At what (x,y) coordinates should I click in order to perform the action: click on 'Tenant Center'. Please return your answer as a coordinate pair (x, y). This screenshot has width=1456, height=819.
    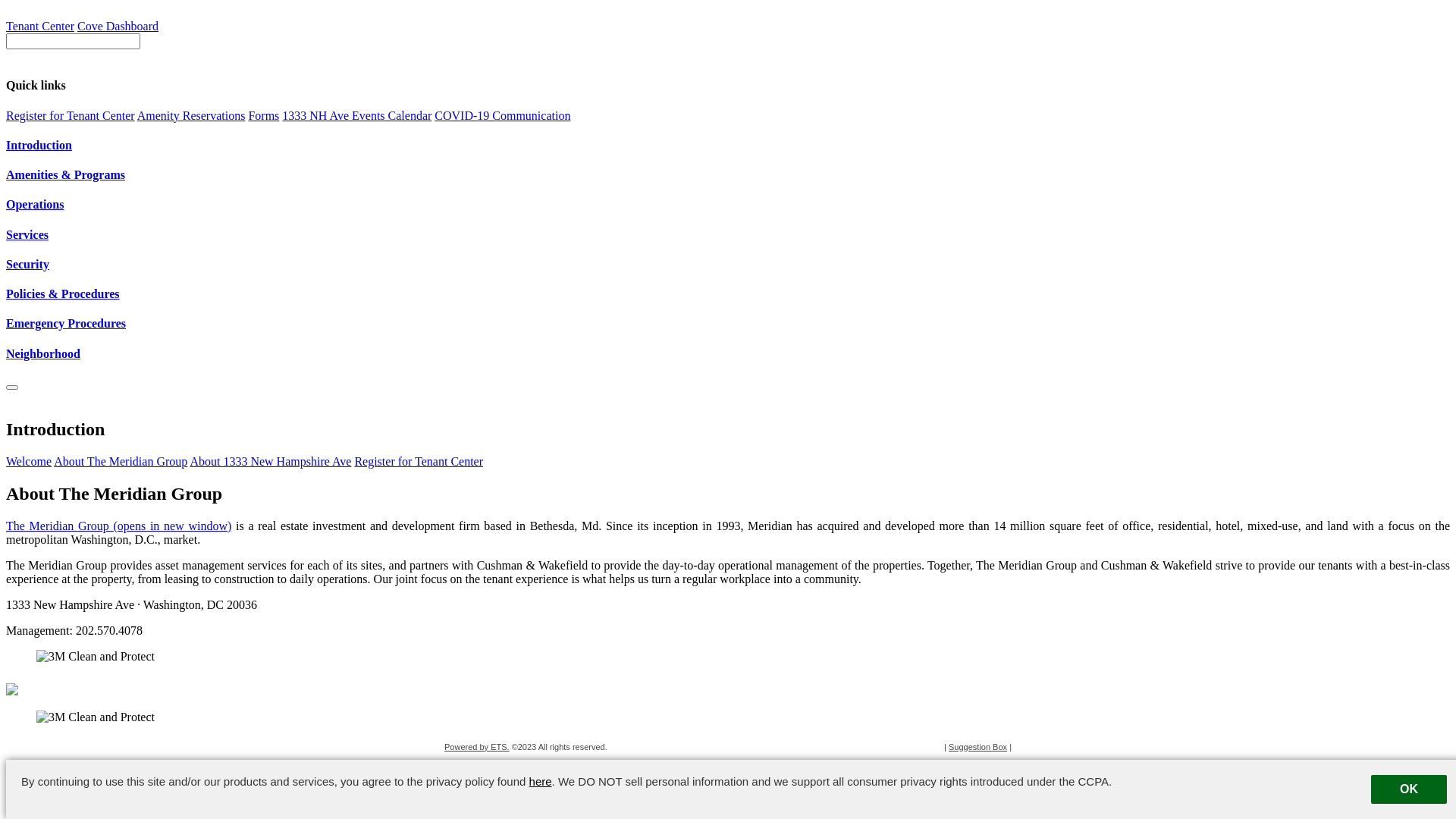
    Looking at the image, I should click on (6, 26).